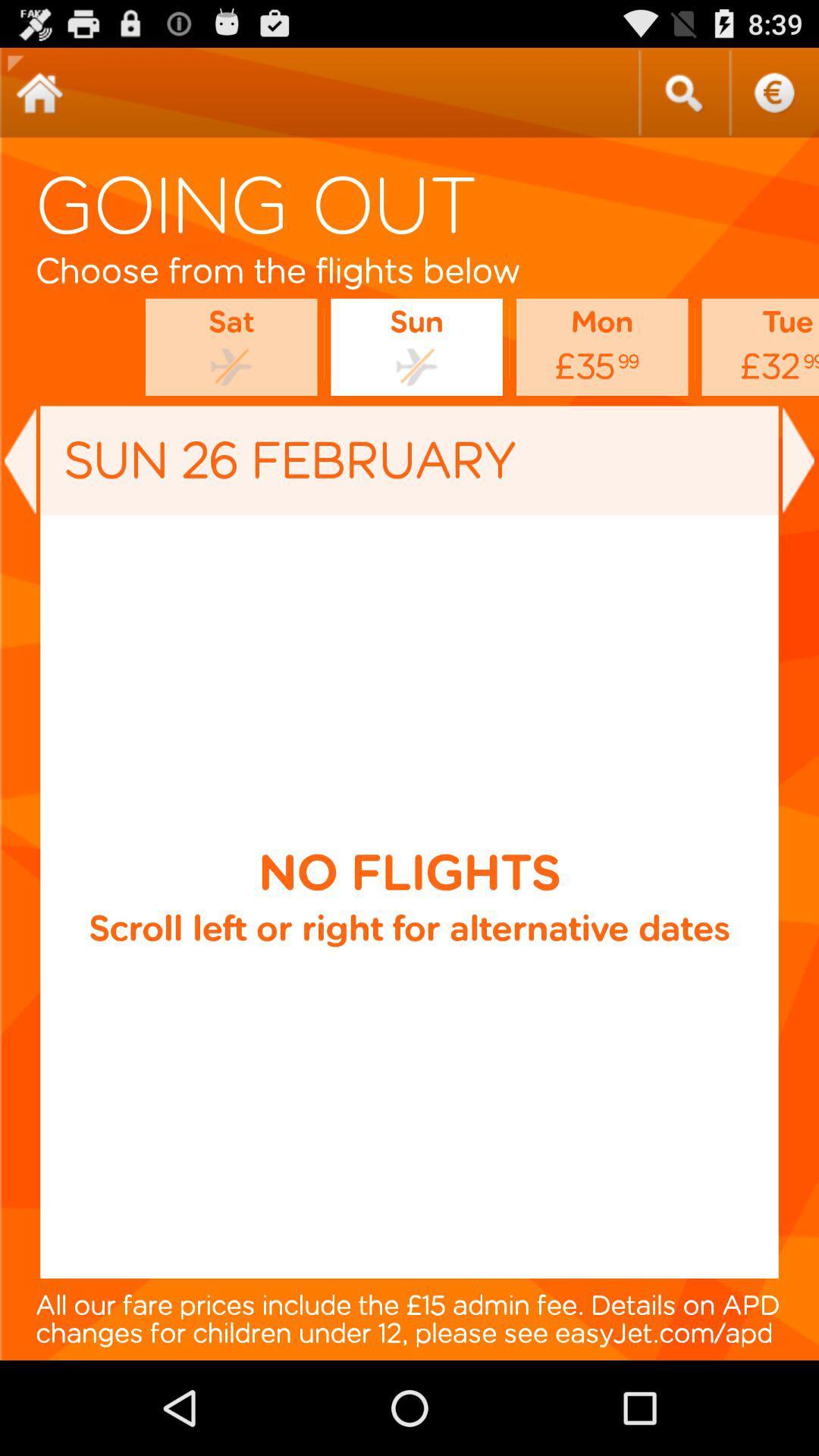 The image size is (819, 1456). What do you see at coordinates (773, 92) in the screenshot?
I see `price in euro` at bounding box center [773, 92].